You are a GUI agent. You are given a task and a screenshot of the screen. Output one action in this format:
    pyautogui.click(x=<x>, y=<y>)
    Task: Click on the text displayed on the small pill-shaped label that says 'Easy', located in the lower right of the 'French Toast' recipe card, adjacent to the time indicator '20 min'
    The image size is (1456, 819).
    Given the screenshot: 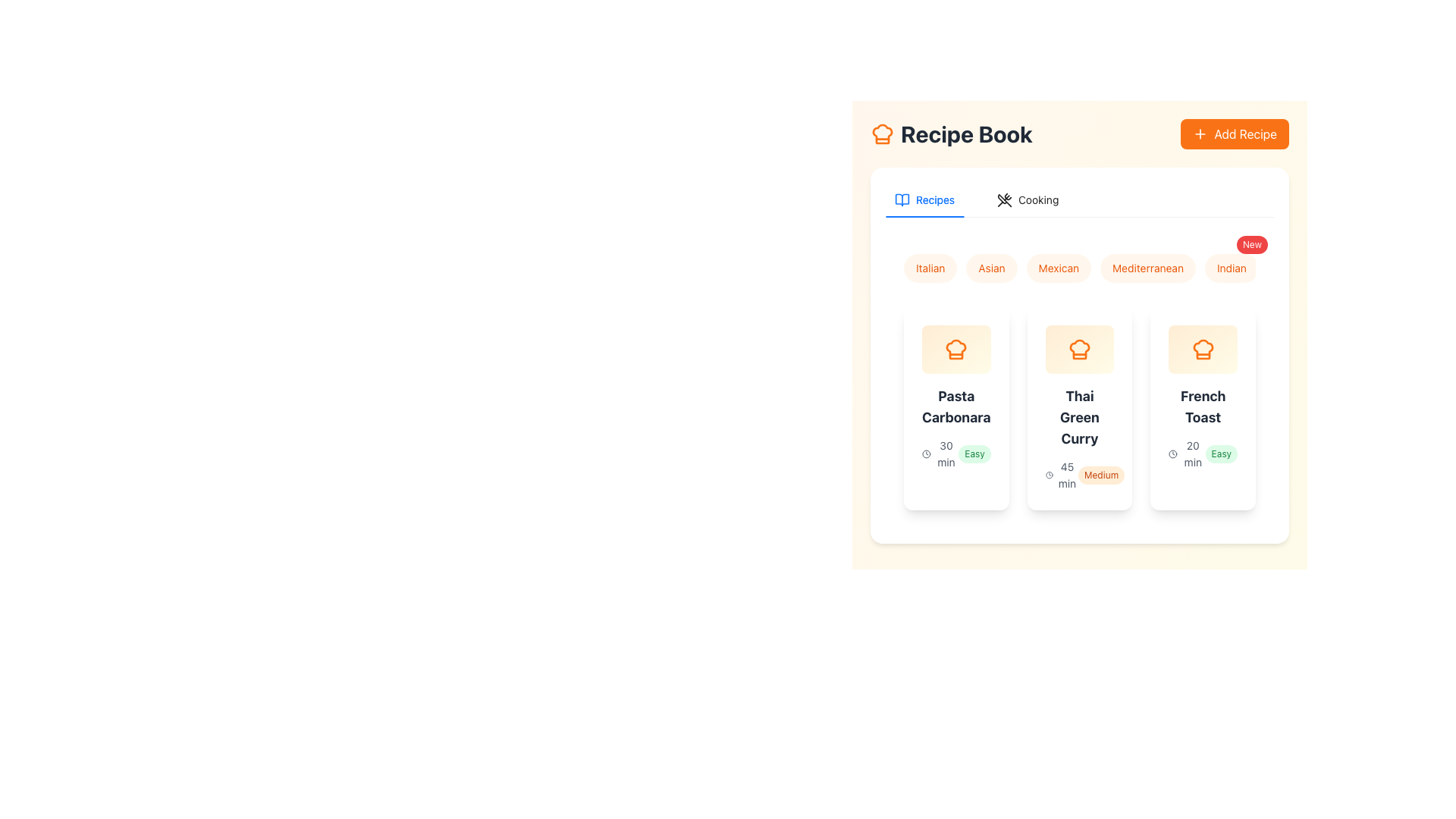 What is the action you would take?
    pyautogui.click(x=1221, y=453)
    